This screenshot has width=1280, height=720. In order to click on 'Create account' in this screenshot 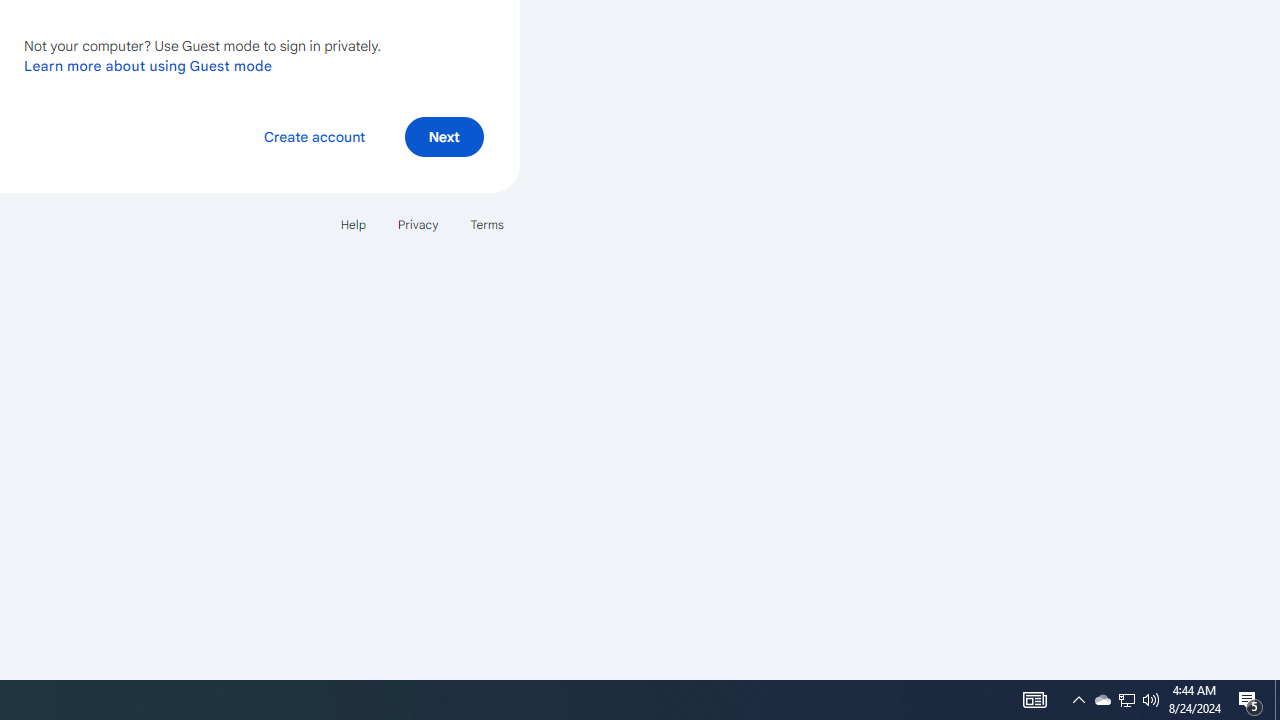, I will do `click(313, 135)`.